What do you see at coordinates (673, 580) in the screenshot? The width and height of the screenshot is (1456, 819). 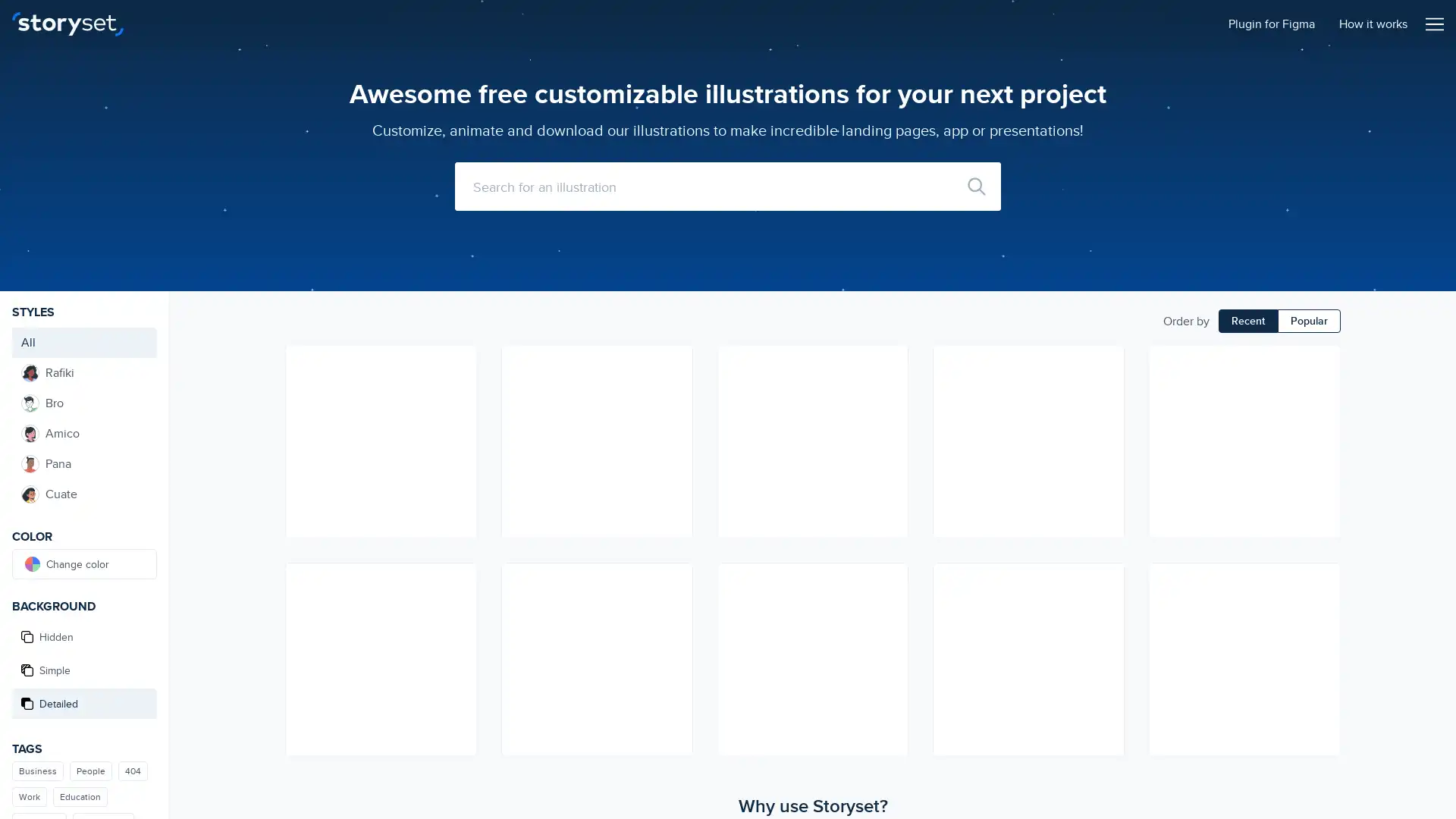 I see `wand icon Animate` at bounding box center [673, 580].